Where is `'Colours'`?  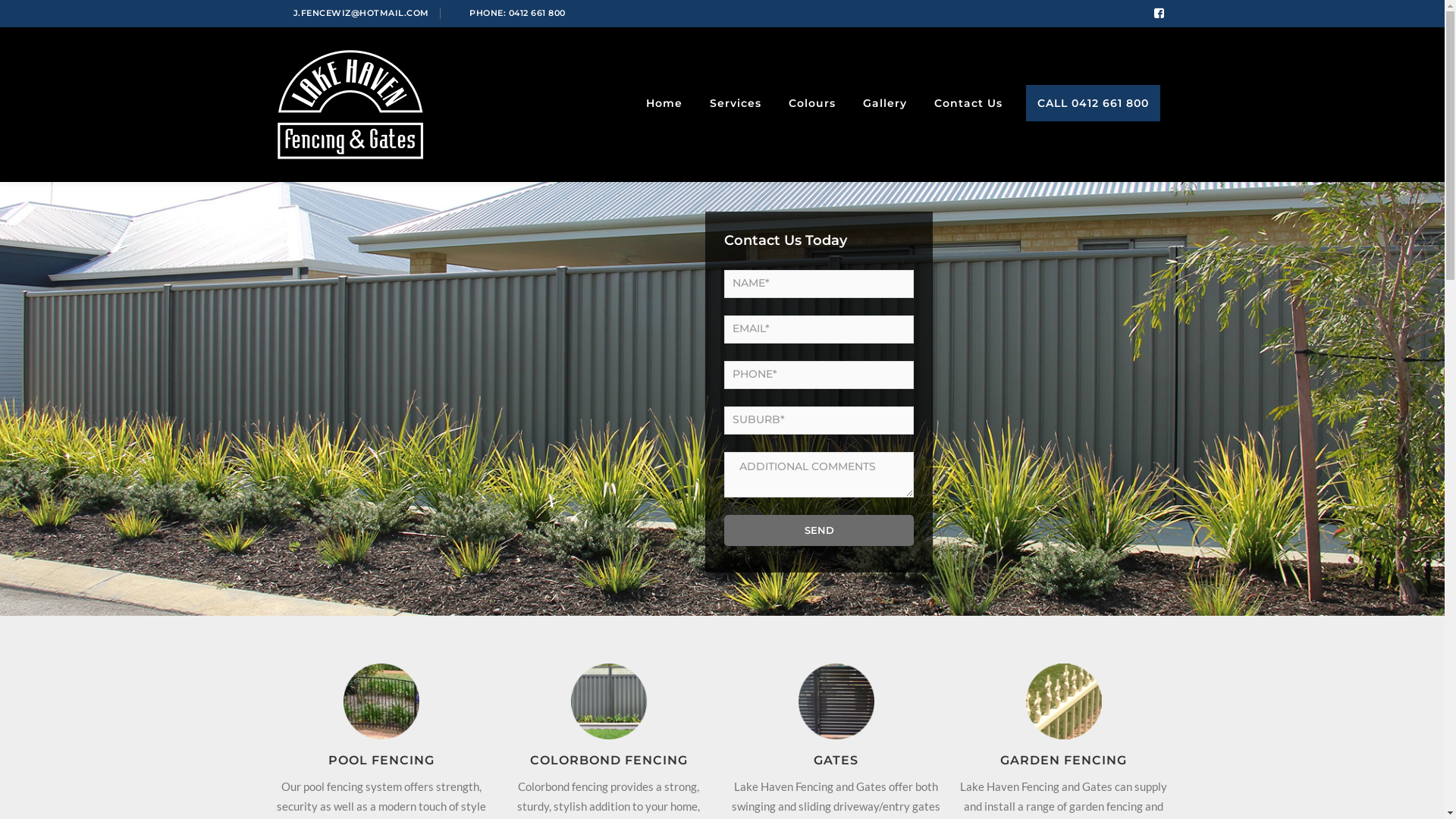
'Colours' is located at coordinates (811, 102).